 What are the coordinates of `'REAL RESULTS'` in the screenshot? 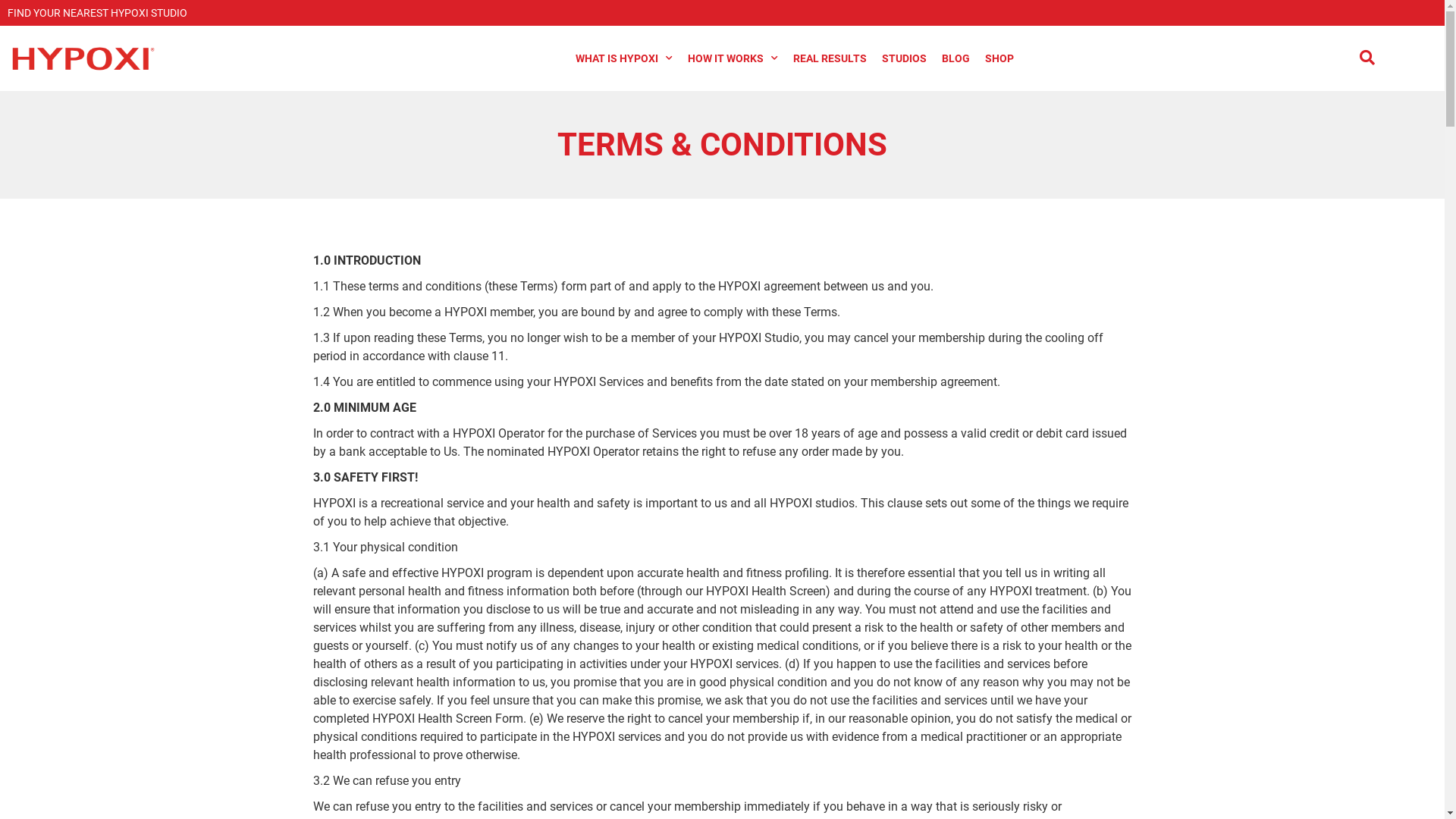 It's located at (829, 58).